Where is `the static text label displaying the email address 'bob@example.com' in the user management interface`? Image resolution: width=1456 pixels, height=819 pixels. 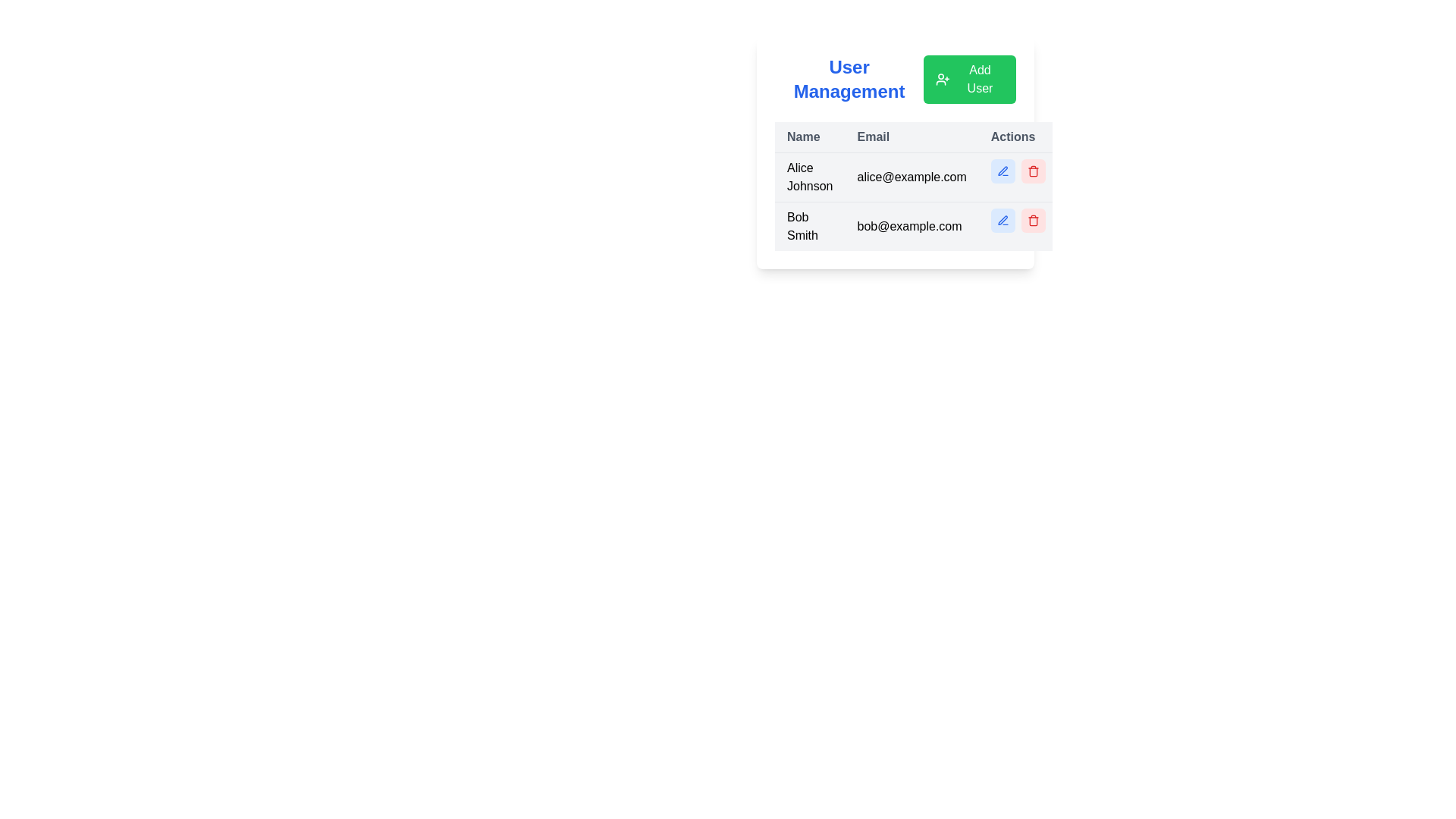
the static text label displaying the email address 'bob@example.com' in the user management interface is located at coordinates (911, 226).